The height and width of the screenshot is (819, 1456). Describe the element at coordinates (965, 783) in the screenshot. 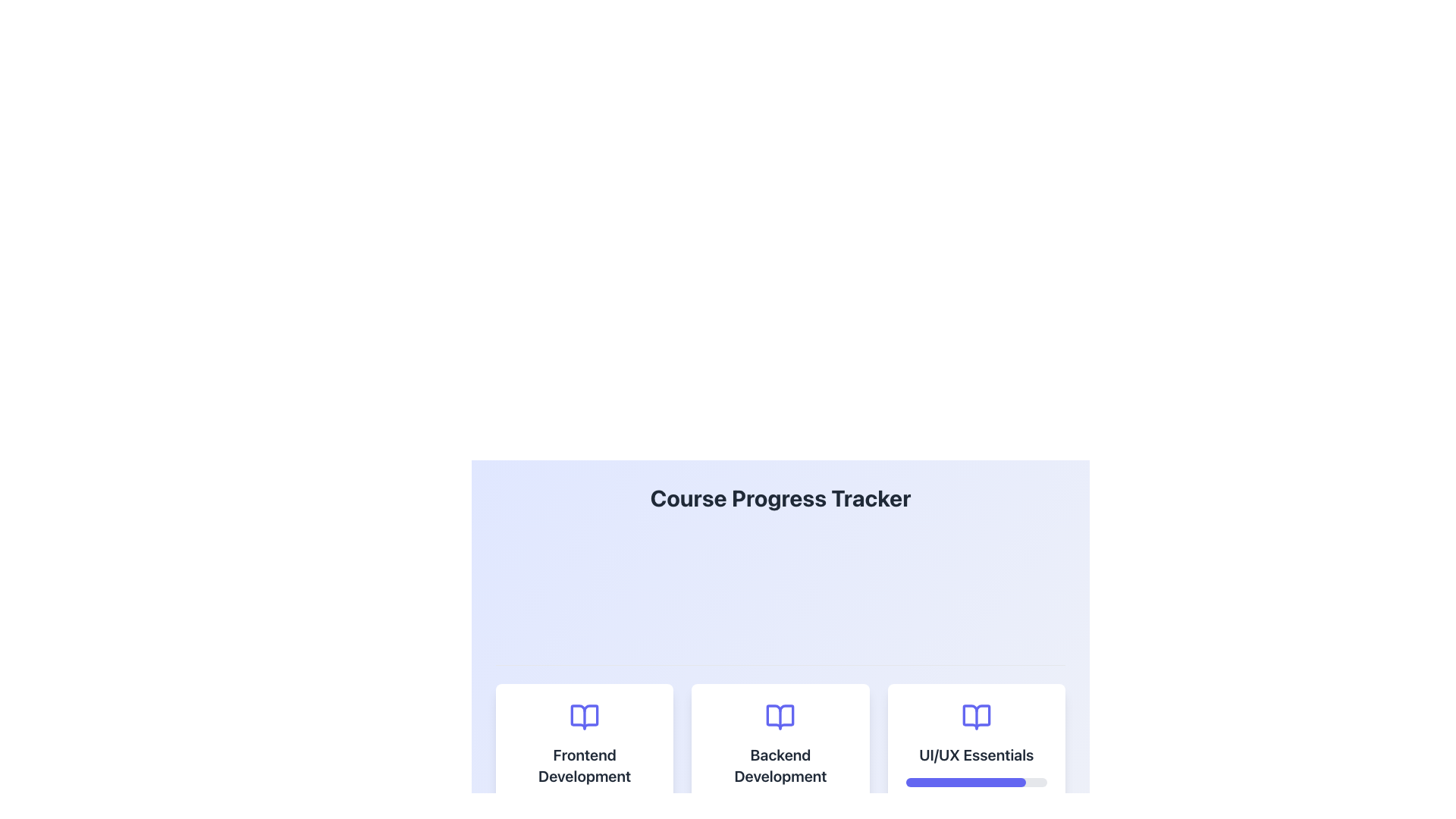

I see `the filled segment of the progress bar indicating 85% completion for the 'UI/UX Essentials' course` at that location.